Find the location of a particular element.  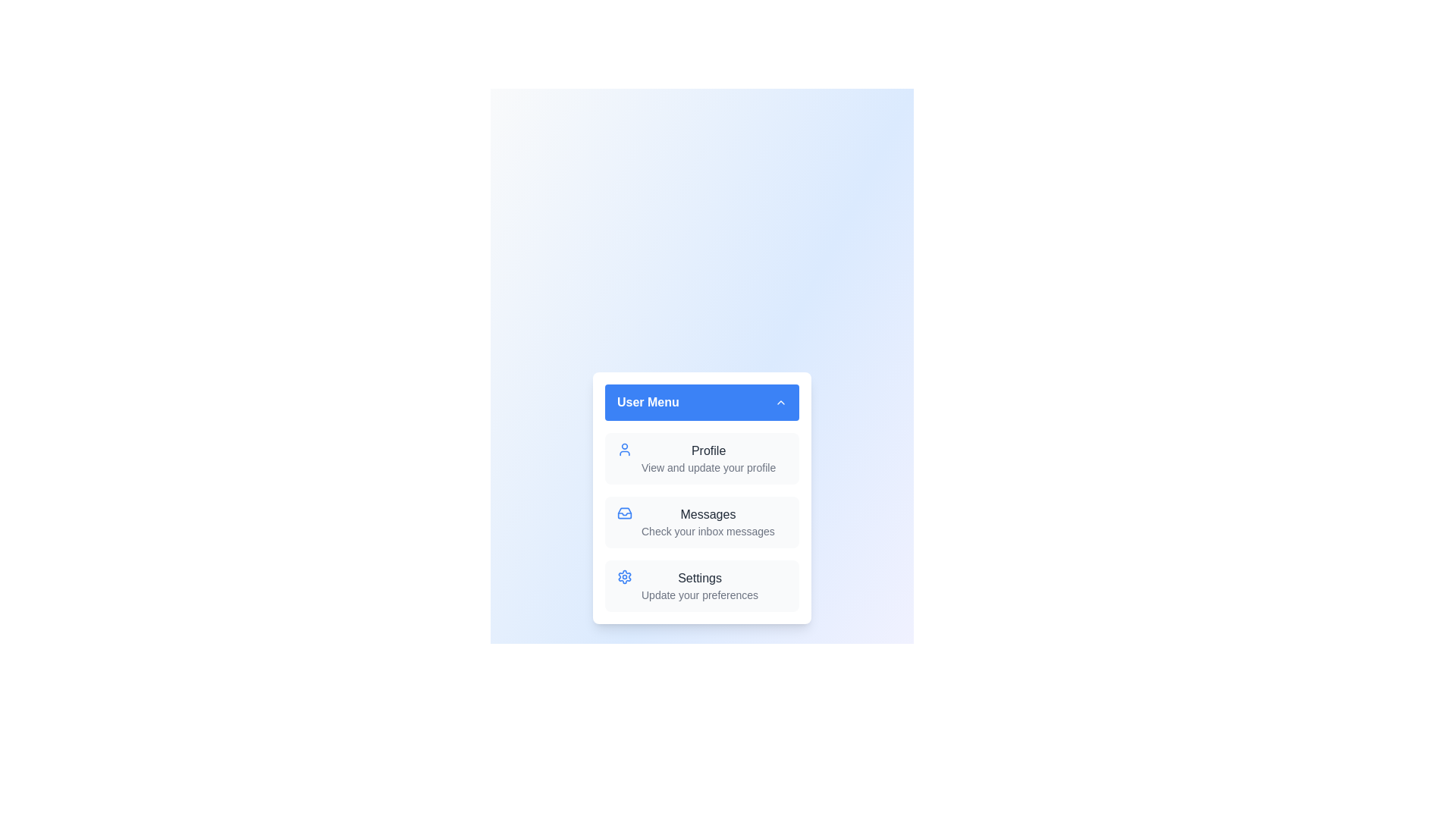

the menu item Messages to highlight it is located at coordinates (701, 522).